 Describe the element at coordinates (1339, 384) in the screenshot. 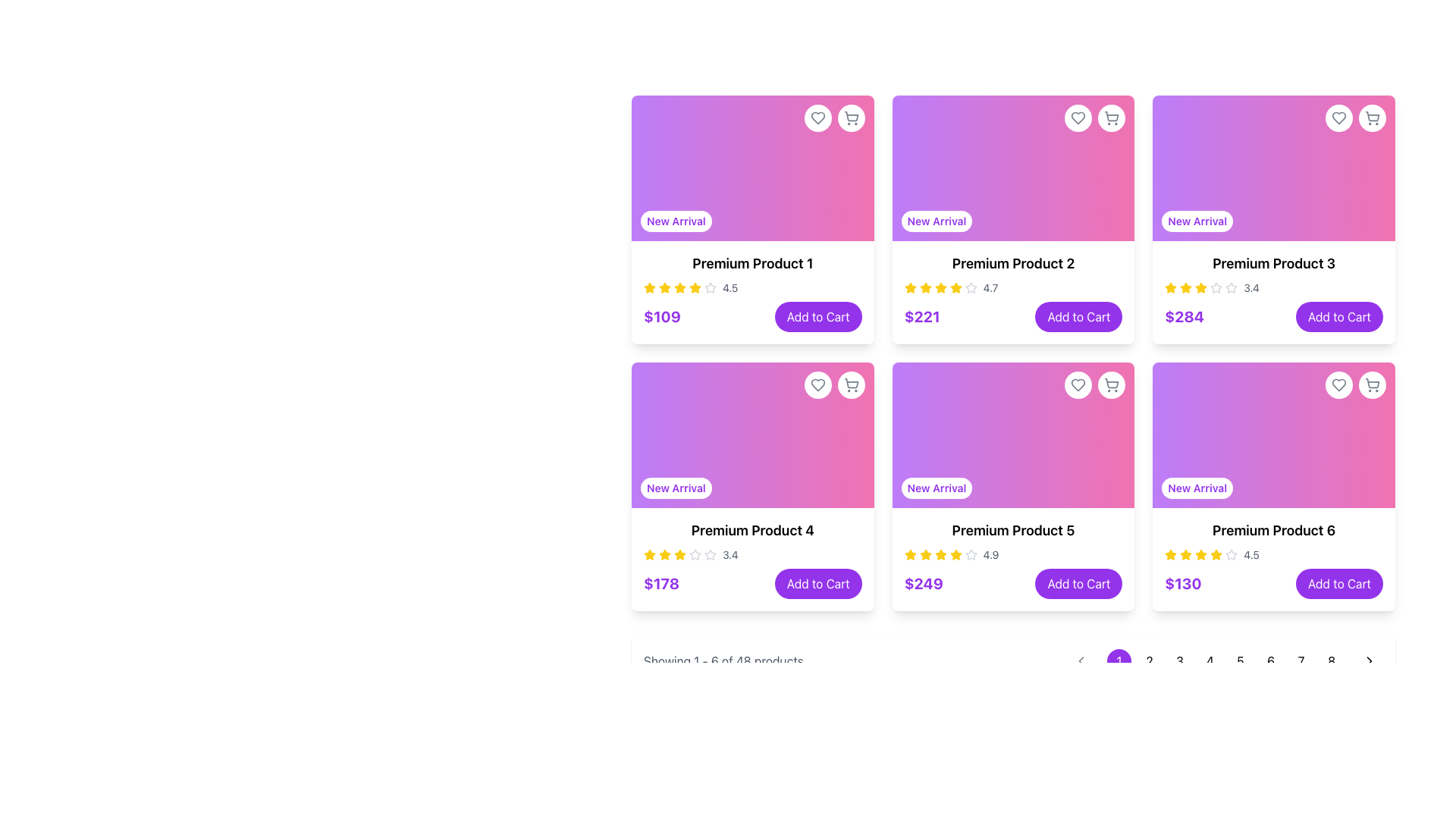

I see `the heart-shaped icon in the top-right corner of the 'Premium Product 6' card` at that location.